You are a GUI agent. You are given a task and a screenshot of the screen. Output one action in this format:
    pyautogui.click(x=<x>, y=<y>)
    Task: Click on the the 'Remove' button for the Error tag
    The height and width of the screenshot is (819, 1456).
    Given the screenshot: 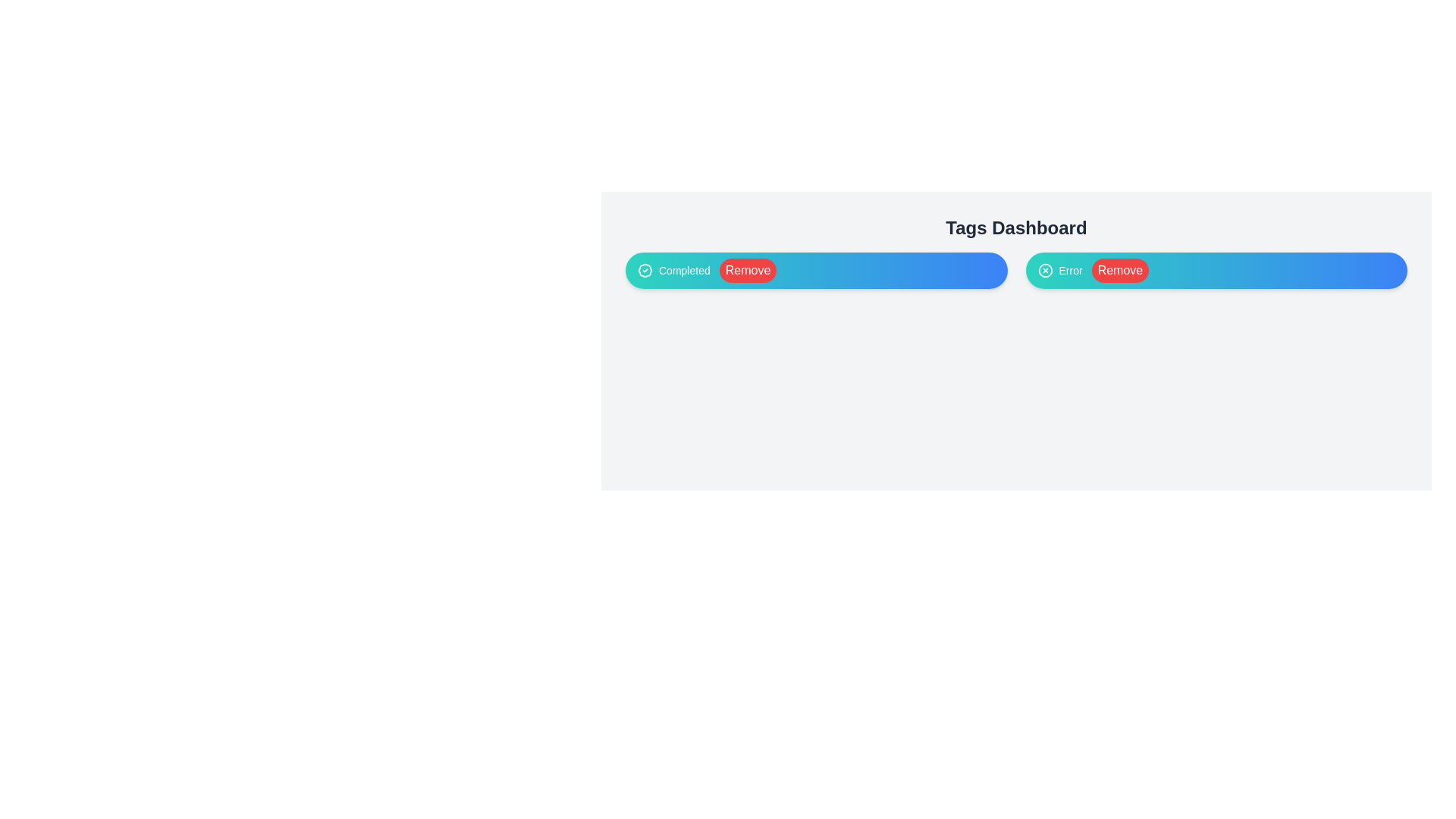 What is the action you would take?
    pyautogui.click(x=1120, y=270)
    